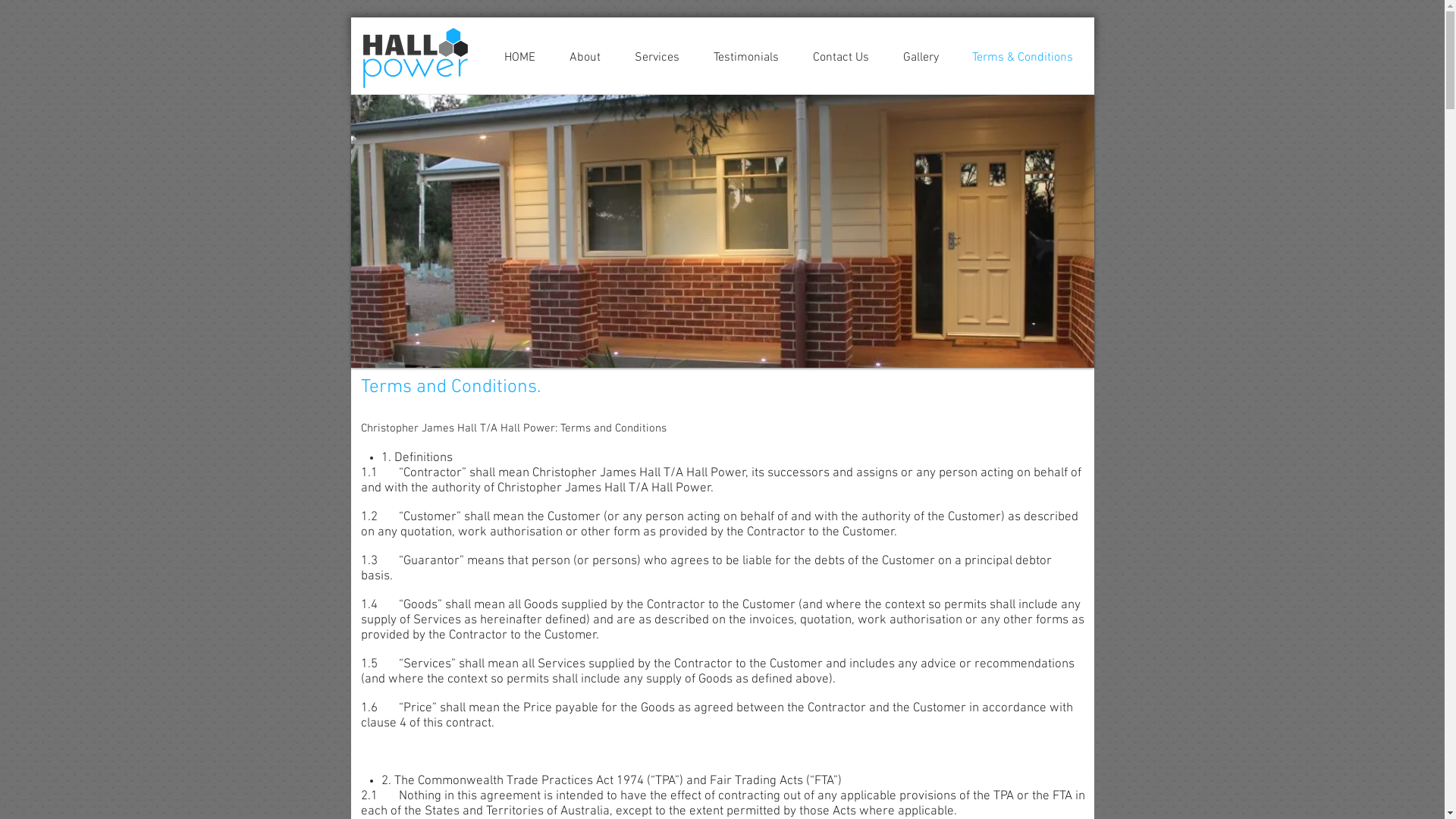 The width and height of the screenshot is (1456, 819). I want to click on 'Testimonials', so click(745, 57).